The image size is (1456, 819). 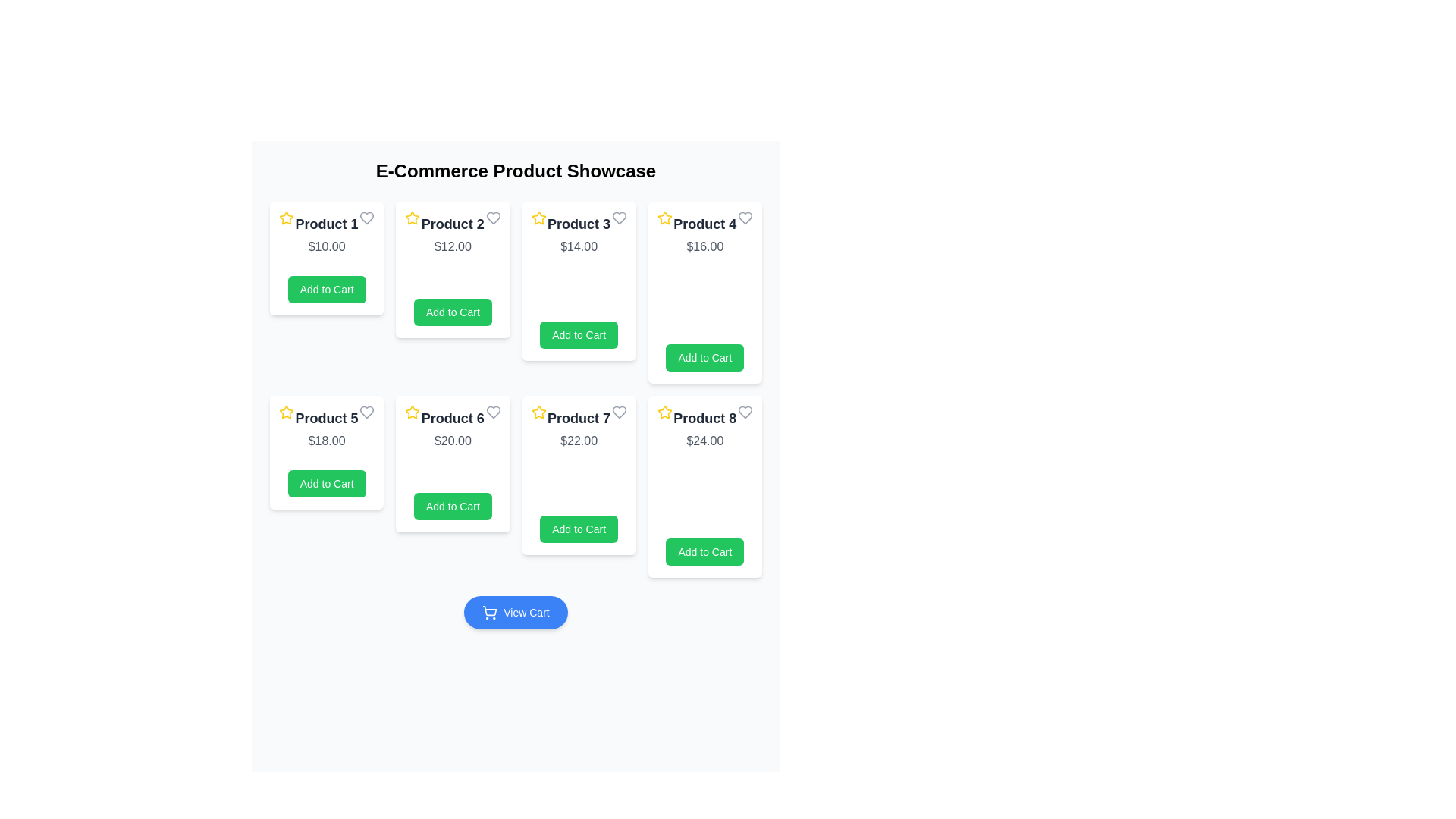 I want to click on the yellow star-shaped icon to rate 'Product 7' as a favorite, so click(x=538, y=412).